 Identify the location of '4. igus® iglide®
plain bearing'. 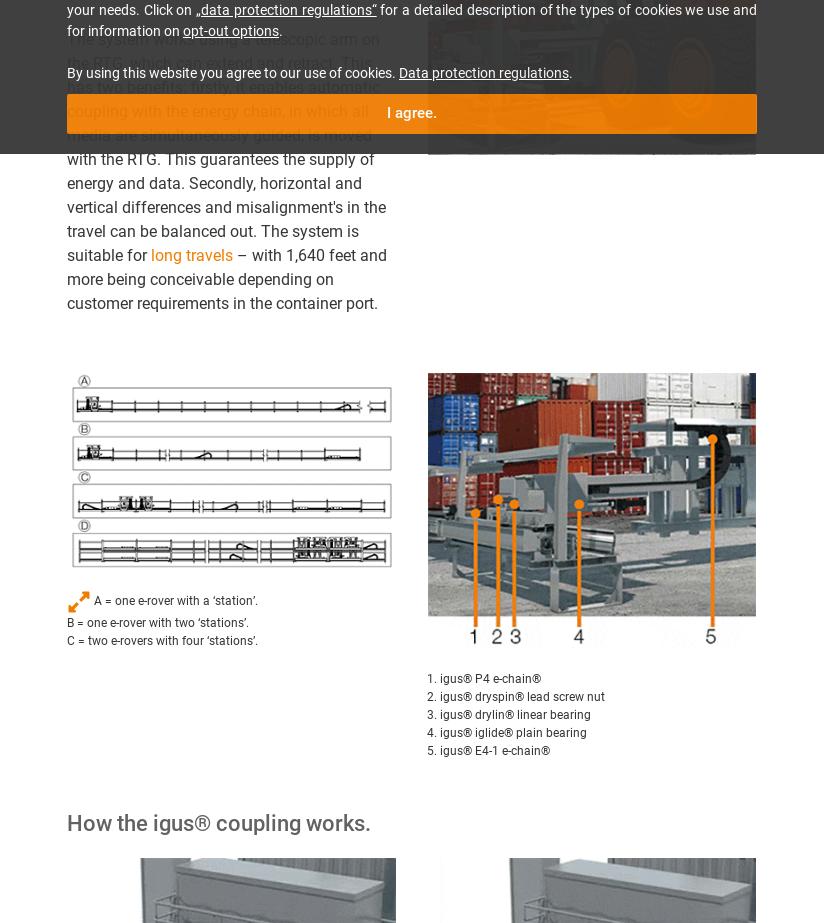
(506, 731).